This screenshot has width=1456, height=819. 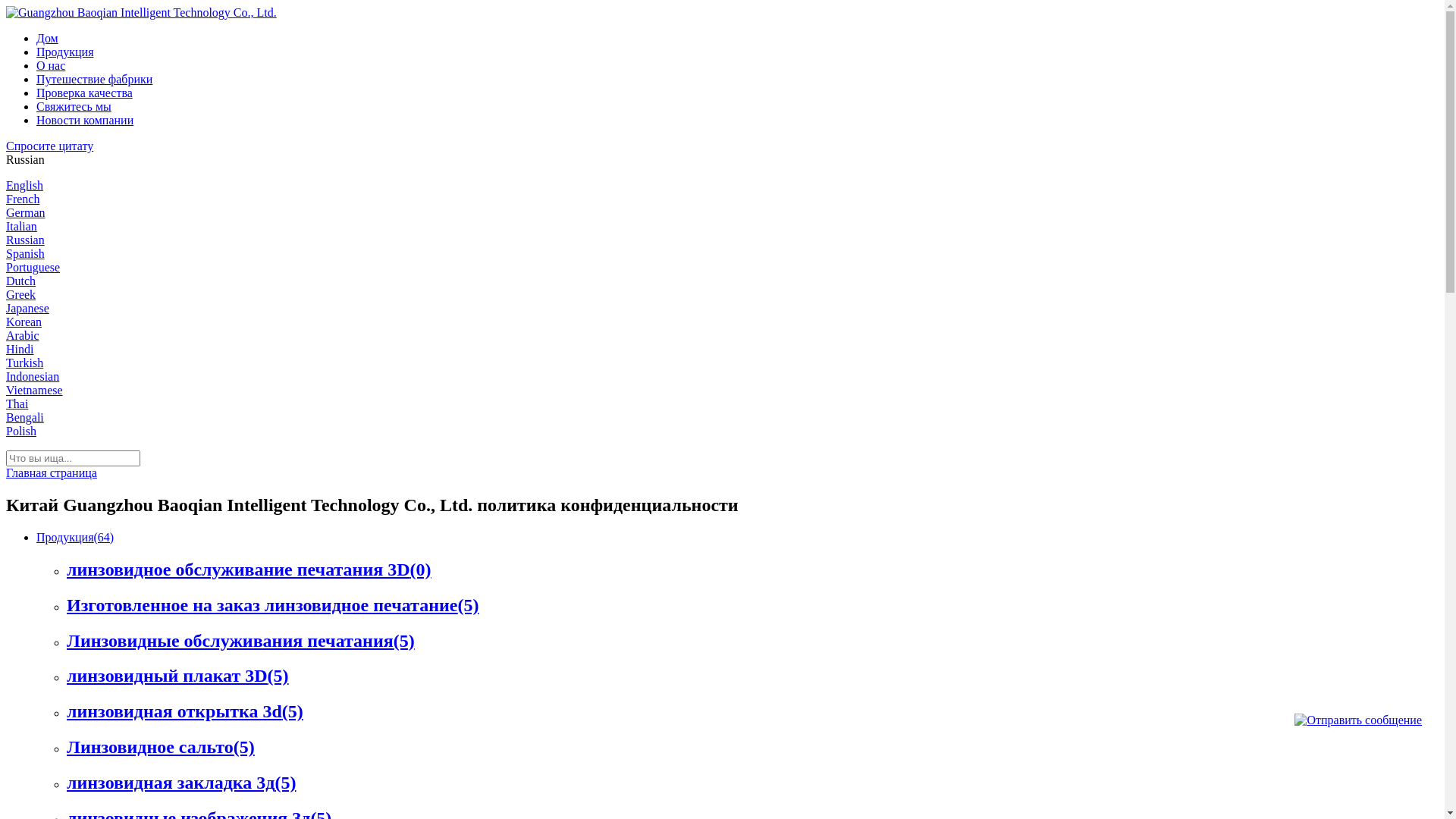 What do you see at coordinates (25, 253) in the screenshot?
I see `'Spanish'` at bounding box center [25, 253].